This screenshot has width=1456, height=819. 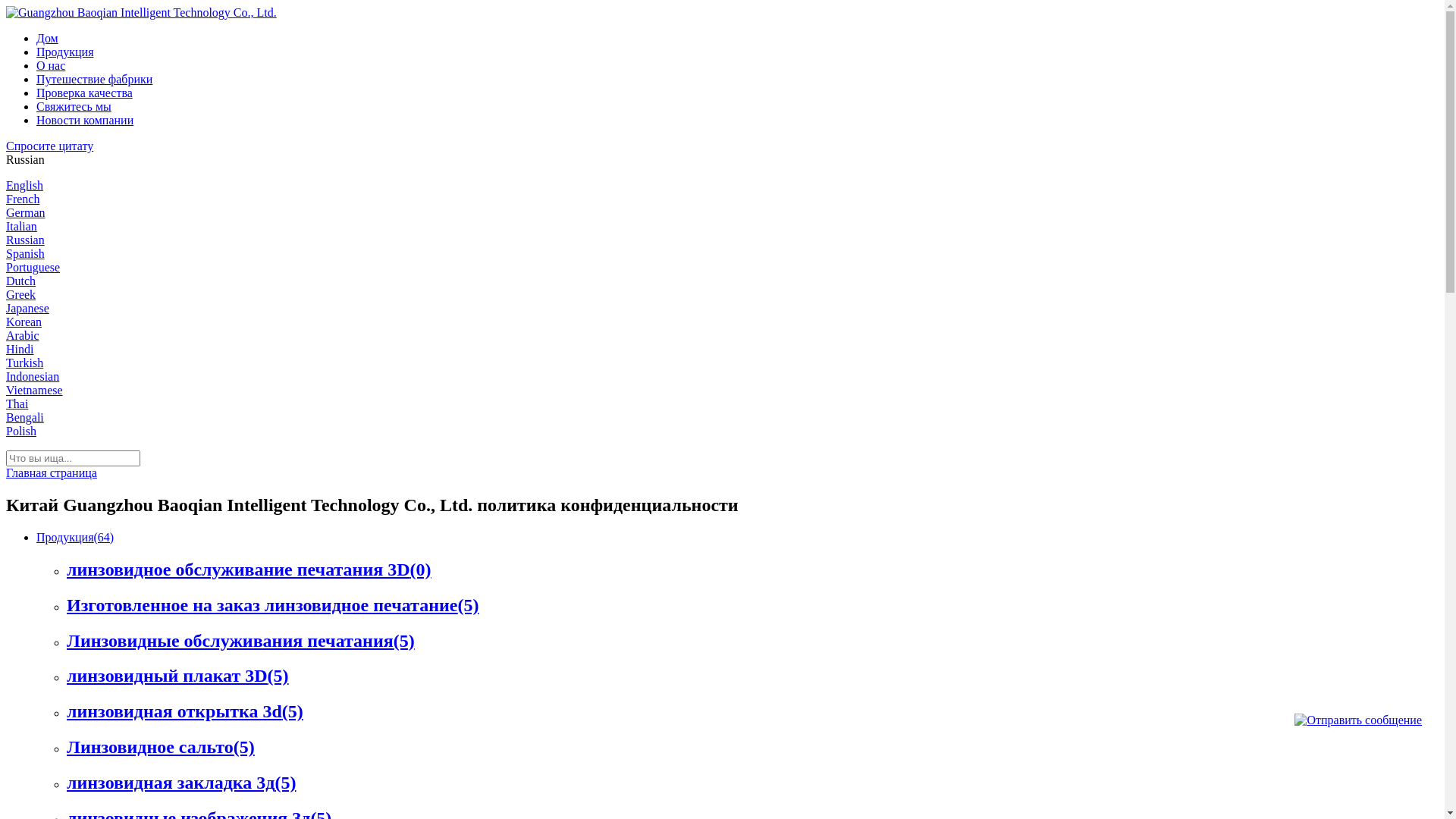 What do you see at coordinates (25, 253) in the screenshot?
I see `'Spanish'` at bounding box center [25, 253].